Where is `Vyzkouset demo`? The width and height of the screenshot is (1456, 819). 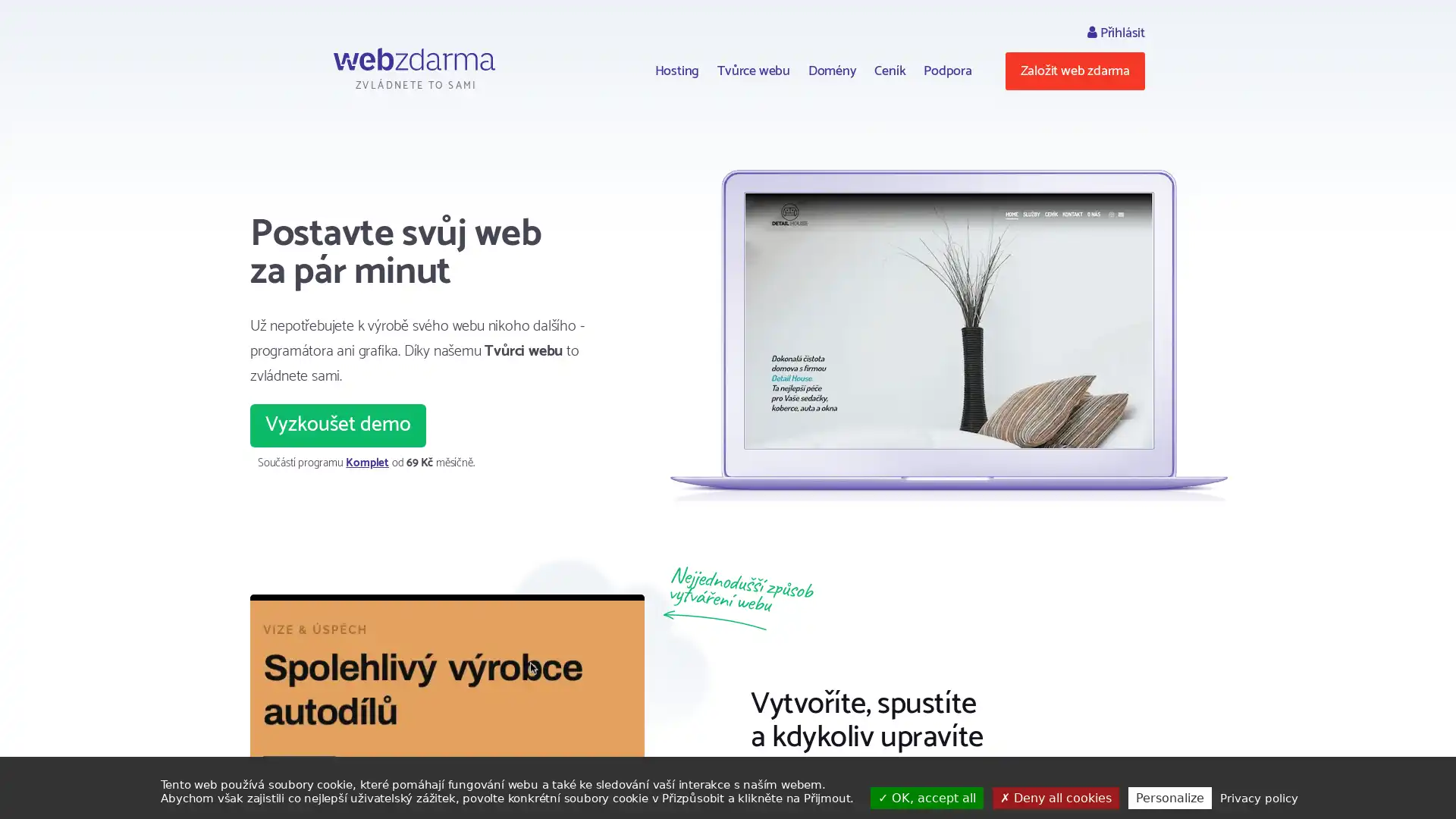
Vyzkouset demo is located at coordinates (337, 425).